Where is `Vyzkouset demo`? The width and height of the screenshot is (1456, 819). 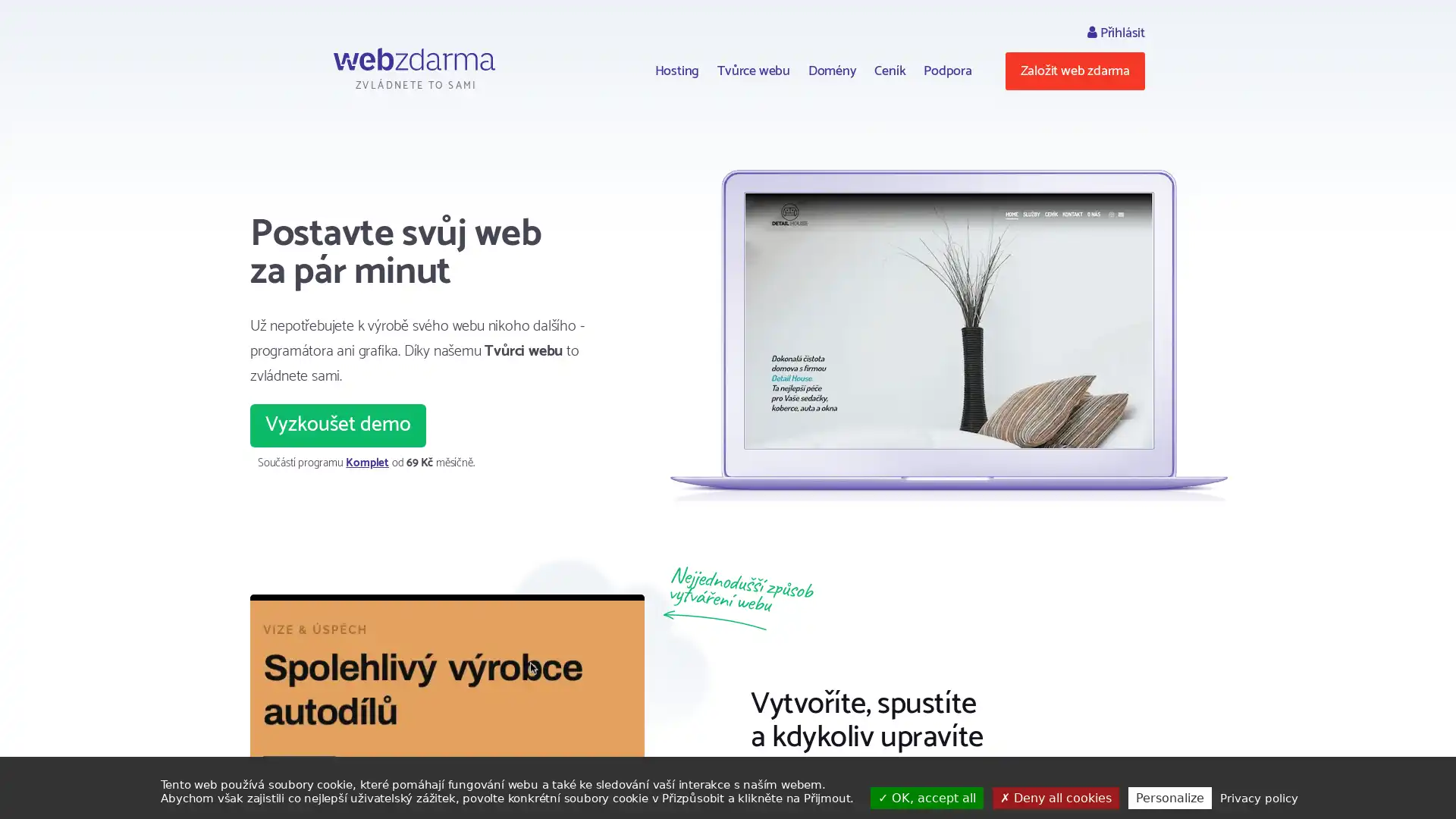
Vyzkouset demo is located at coordinates (337, 425).